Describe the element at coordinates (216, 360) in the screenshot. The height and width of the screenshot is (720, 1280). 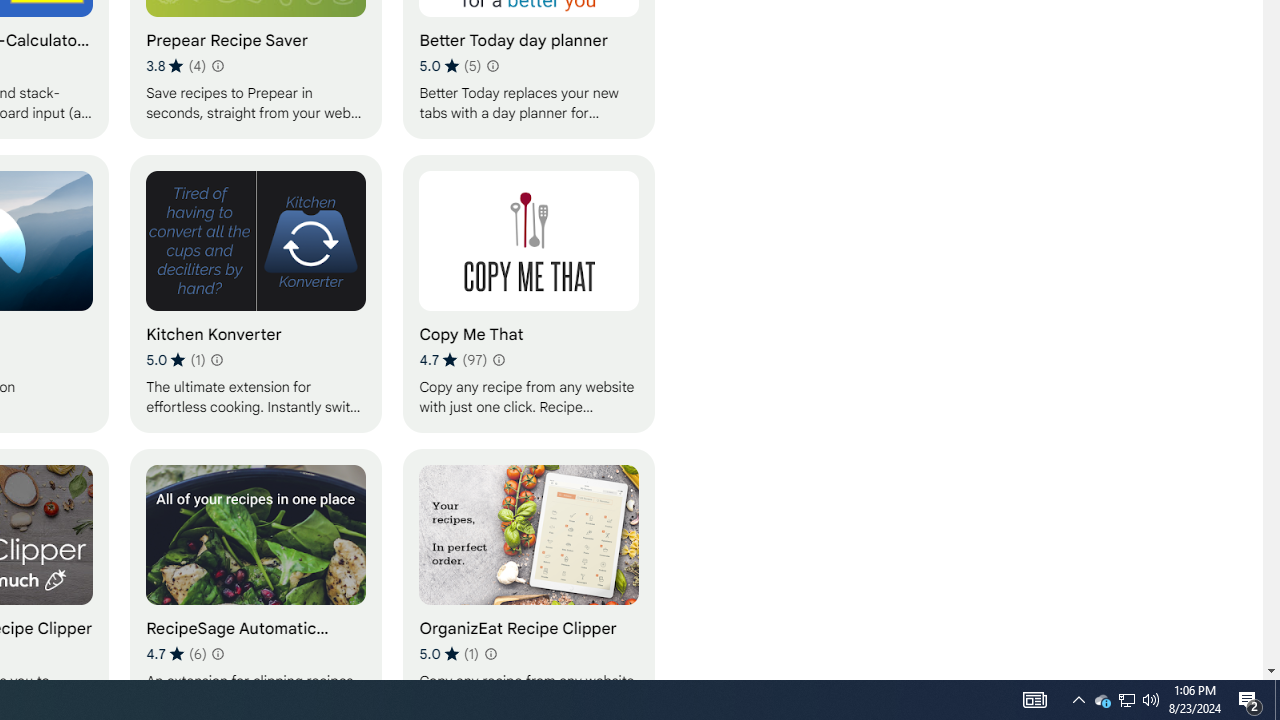
I see `'Learn more about results and reviews "Kitchen Konverter"'` at that location.